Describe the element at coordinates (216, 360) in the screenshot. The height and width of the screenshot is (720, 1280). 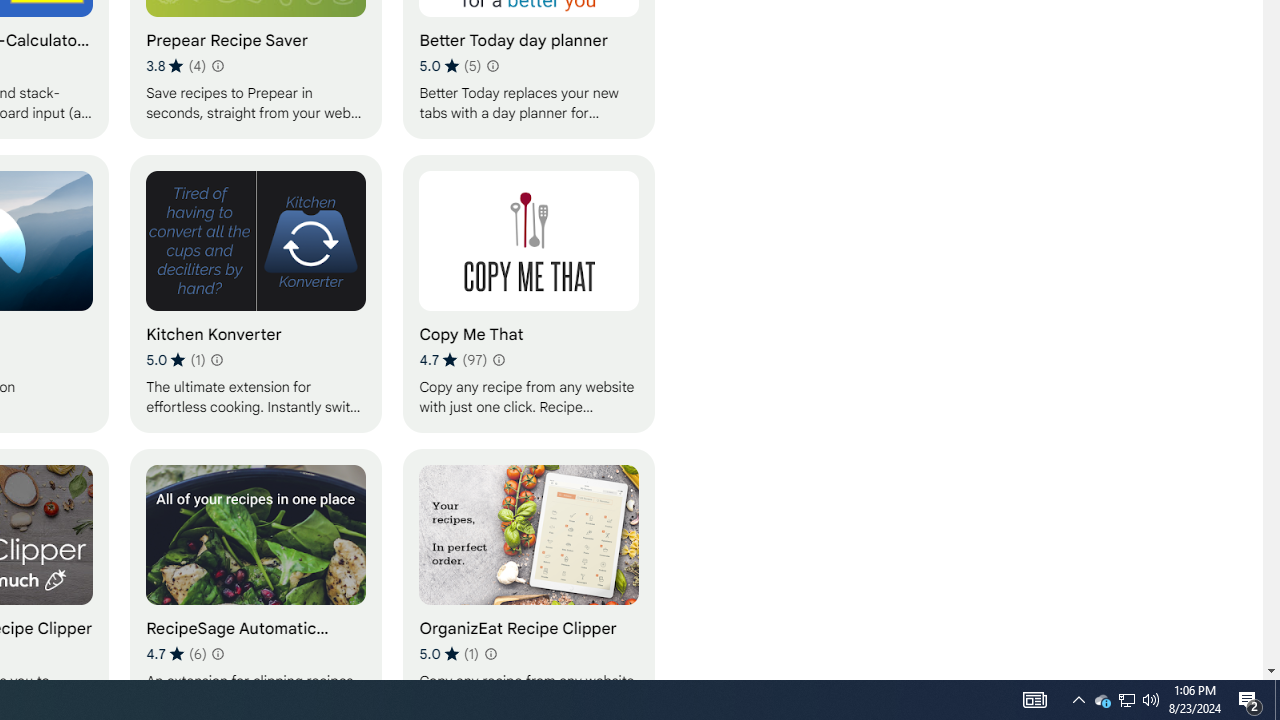
I see `'Learn more about results and reviews "Kitchen Konverter"'` at that location.